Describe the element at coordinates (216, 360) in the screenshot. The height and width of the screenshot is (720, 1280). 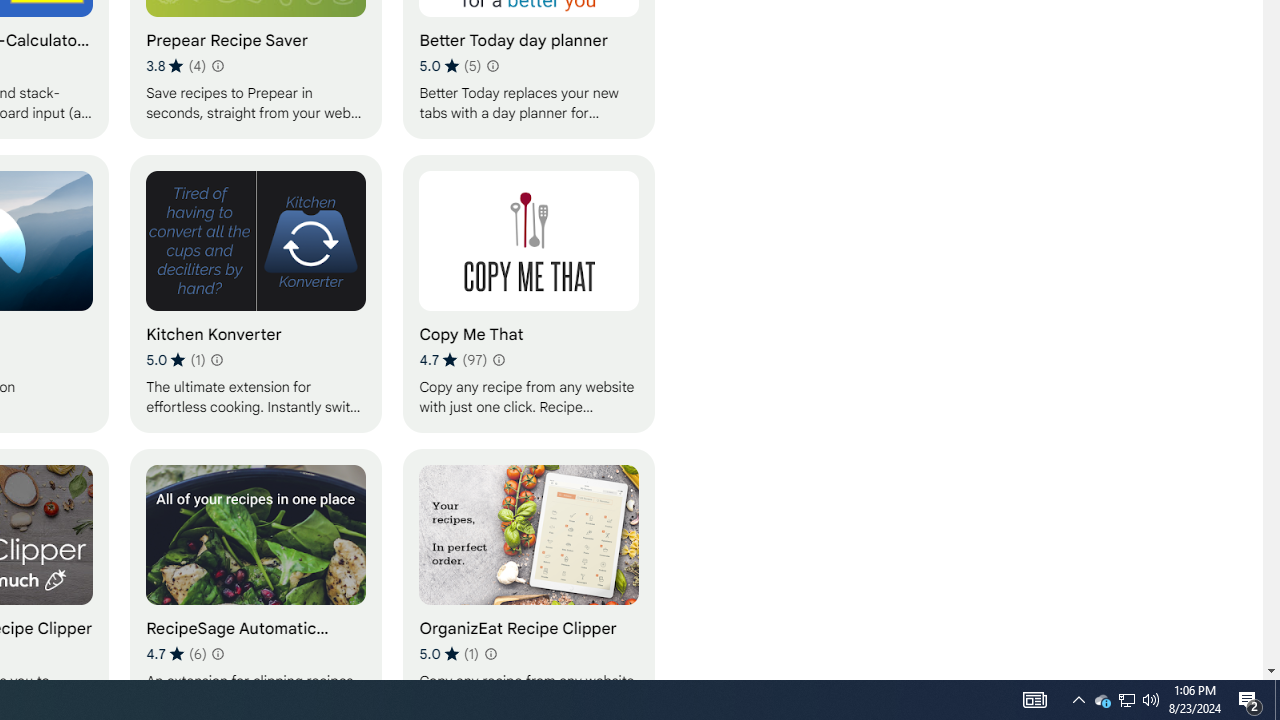
I see `'Learn more about results and reviews "Kitchen Konverter"'` at that location.